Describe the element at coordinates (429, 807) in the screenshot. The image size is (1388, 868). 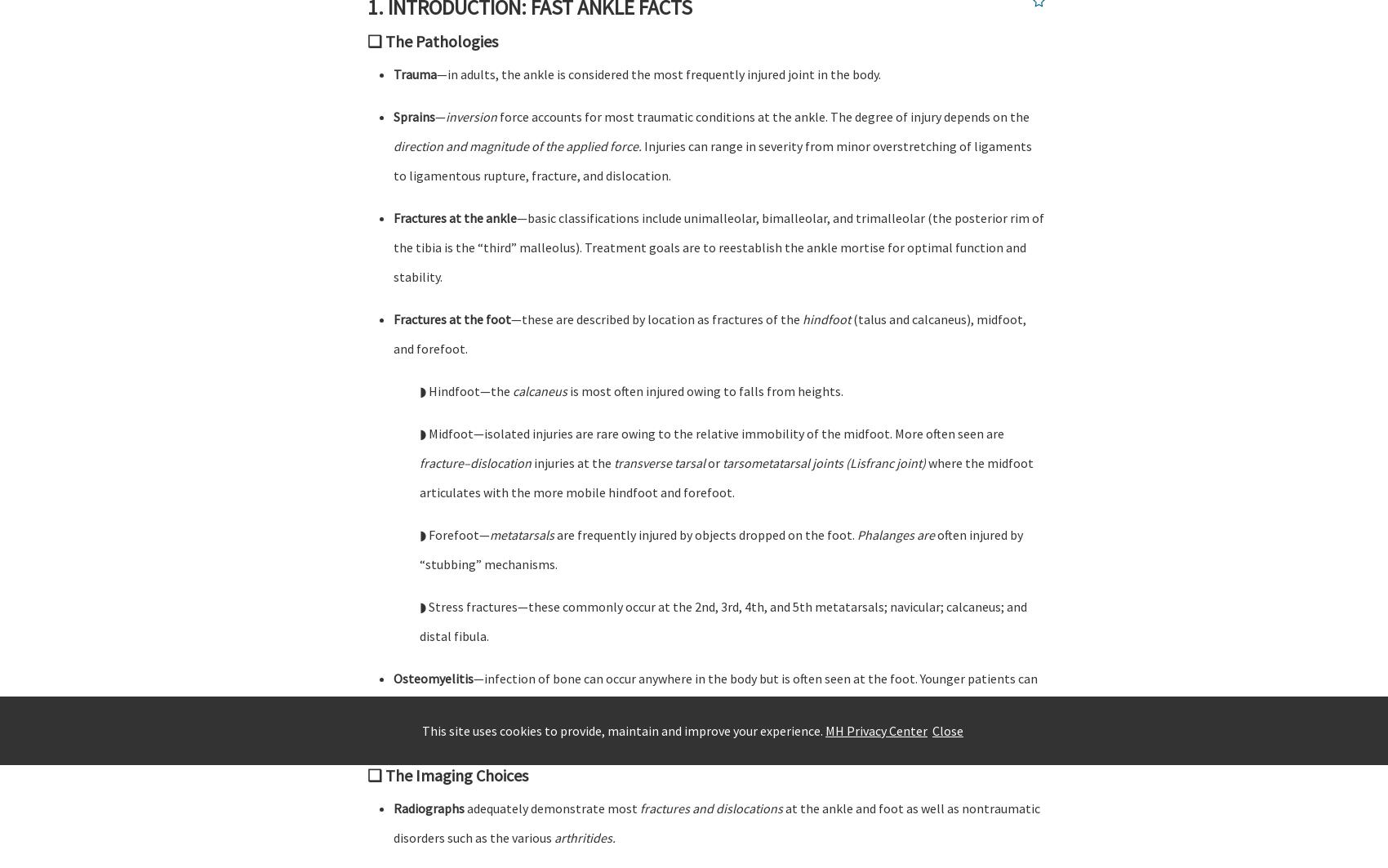
I see `'Radiographs'` at that location.